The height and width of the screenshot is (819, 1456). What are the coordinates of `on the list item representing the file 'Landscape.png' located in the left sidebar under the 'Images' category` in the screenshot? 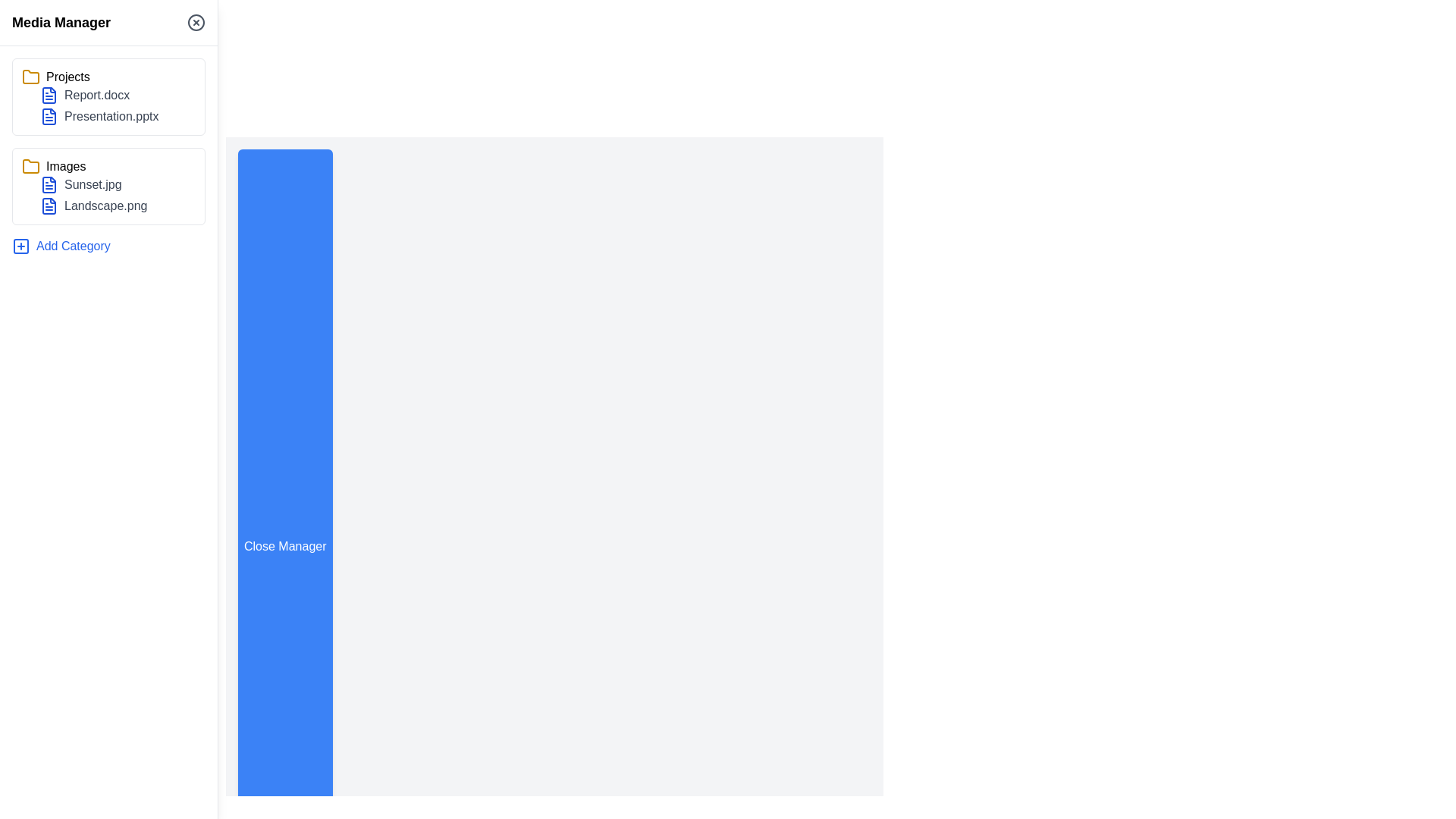 It's located at (117, 206).